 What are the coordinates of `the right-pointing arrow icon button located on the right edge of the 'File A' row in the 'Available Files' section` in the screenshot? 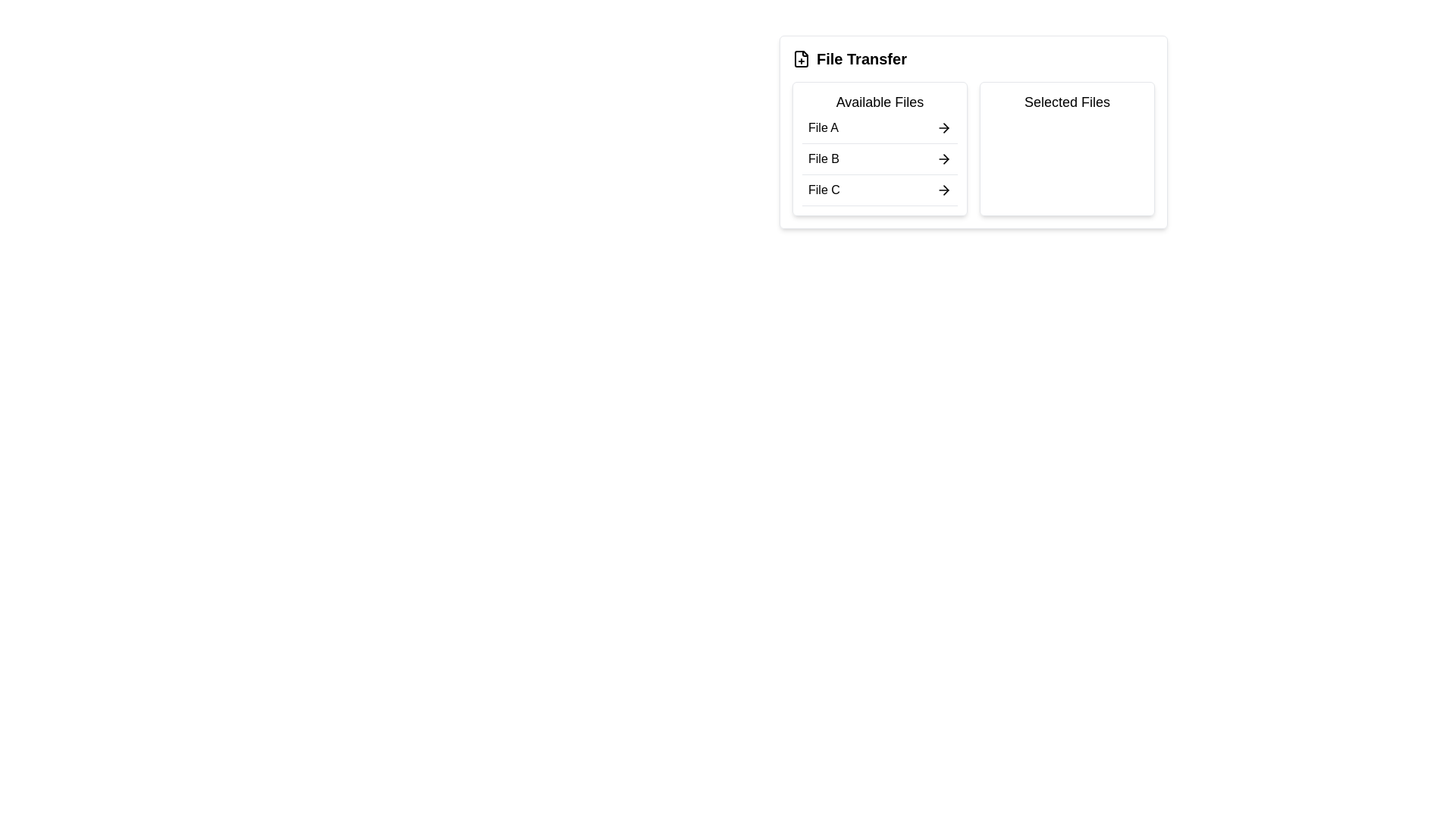 It's located at (943, 127).